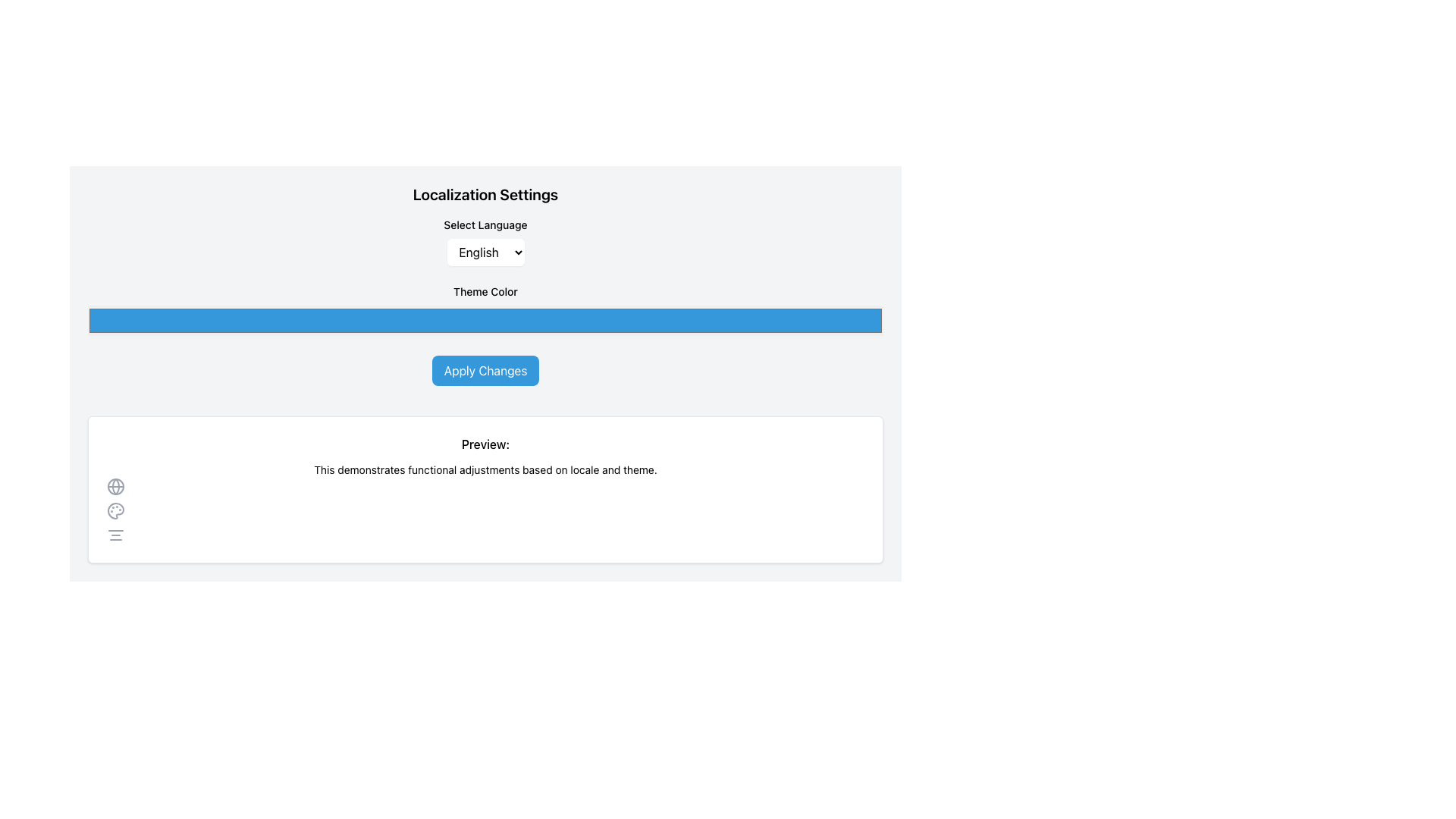 The width and height of the screenshot is (1456, 819). I want to click on the confirm button that applies changes in the settings, which is centered horizontally below a blue bar and above the 'Preview' section, so click(485, 371).